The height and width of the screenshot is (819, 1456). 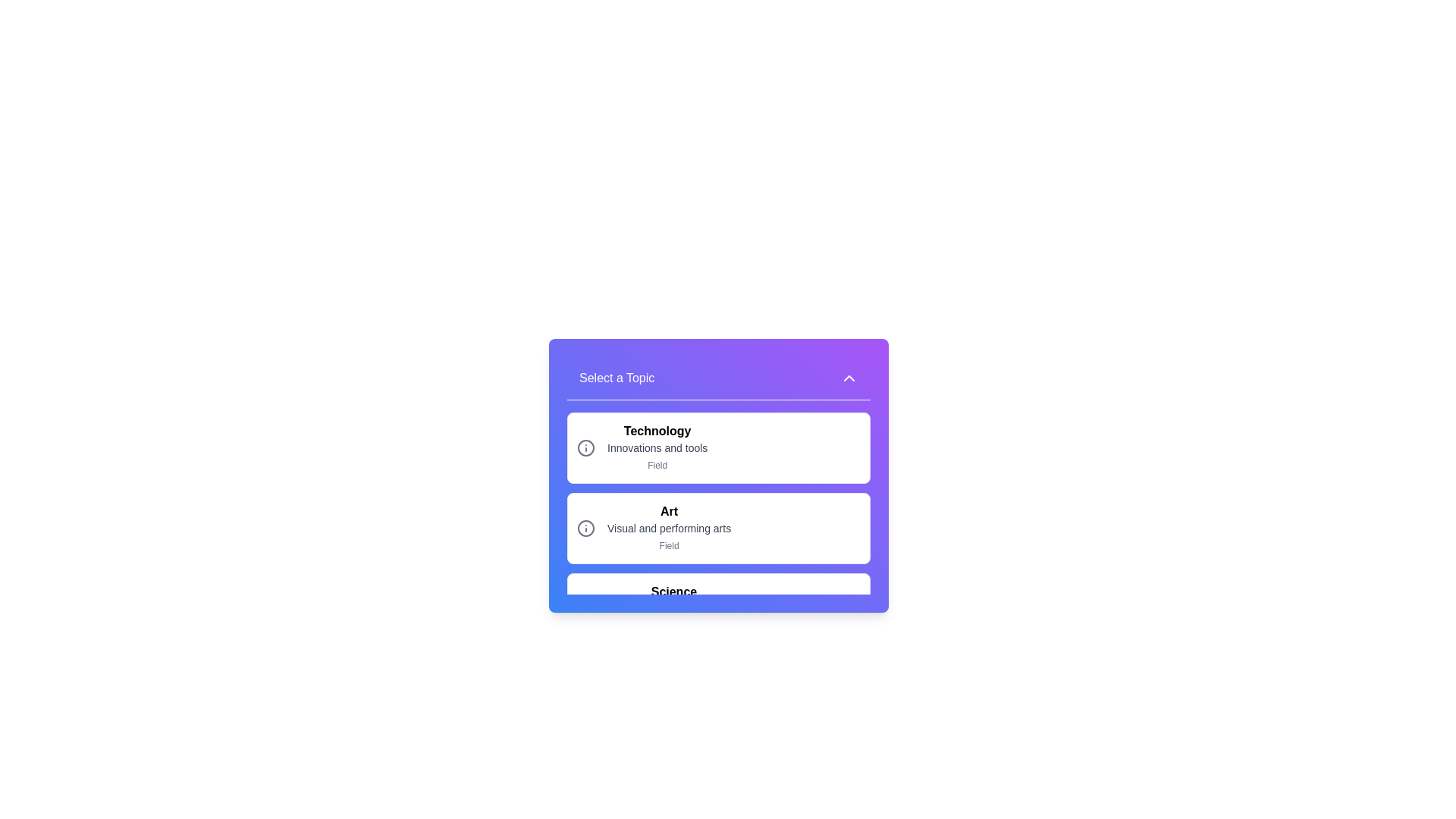 What do you see at coordinates (668, 546) in the screenshot?
I see `the metadata label located at the bottom-right corner of the card associated with the main text 'Art', which provides contextual information about the category 'Visual and performing arts'` at bounding box center [668, 546].